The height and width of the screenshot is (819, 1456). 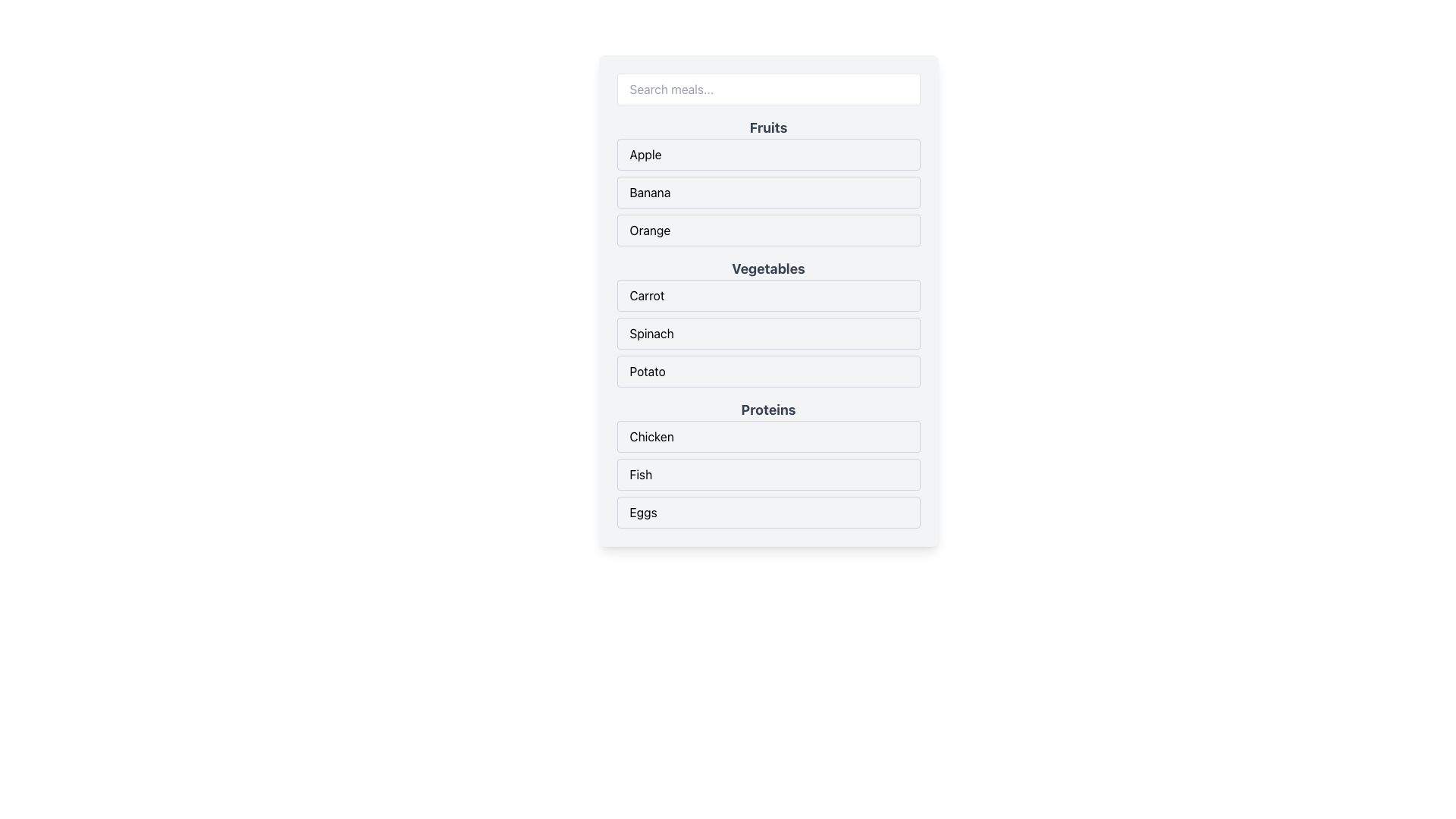 I want to click on the 'Spinach' button, the second item in the vertical list of vegetables, so click(x=768, y=332).